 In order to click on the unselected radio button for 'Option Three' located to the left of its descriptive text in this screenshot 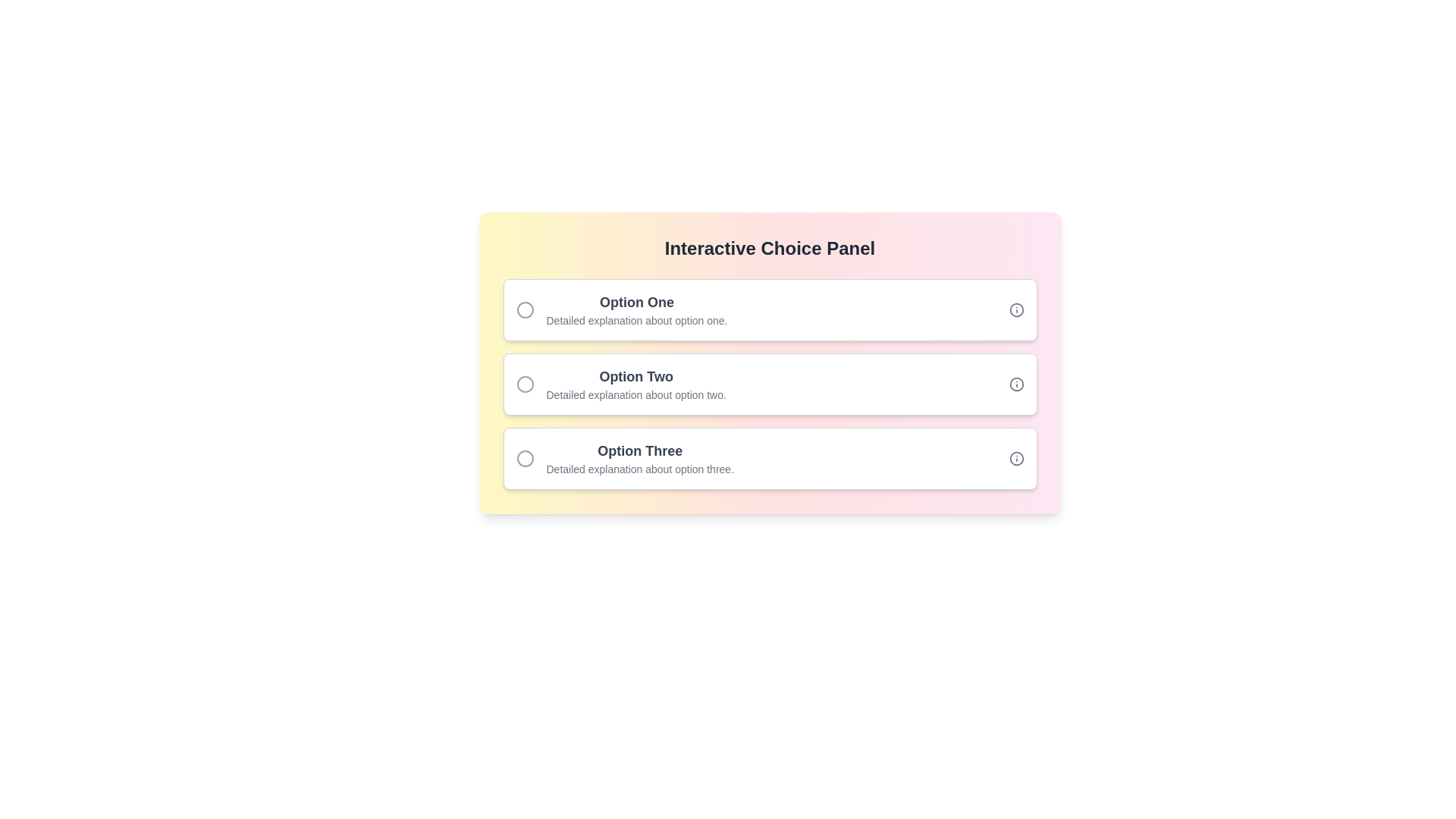, I will do `click(525, 458)`.